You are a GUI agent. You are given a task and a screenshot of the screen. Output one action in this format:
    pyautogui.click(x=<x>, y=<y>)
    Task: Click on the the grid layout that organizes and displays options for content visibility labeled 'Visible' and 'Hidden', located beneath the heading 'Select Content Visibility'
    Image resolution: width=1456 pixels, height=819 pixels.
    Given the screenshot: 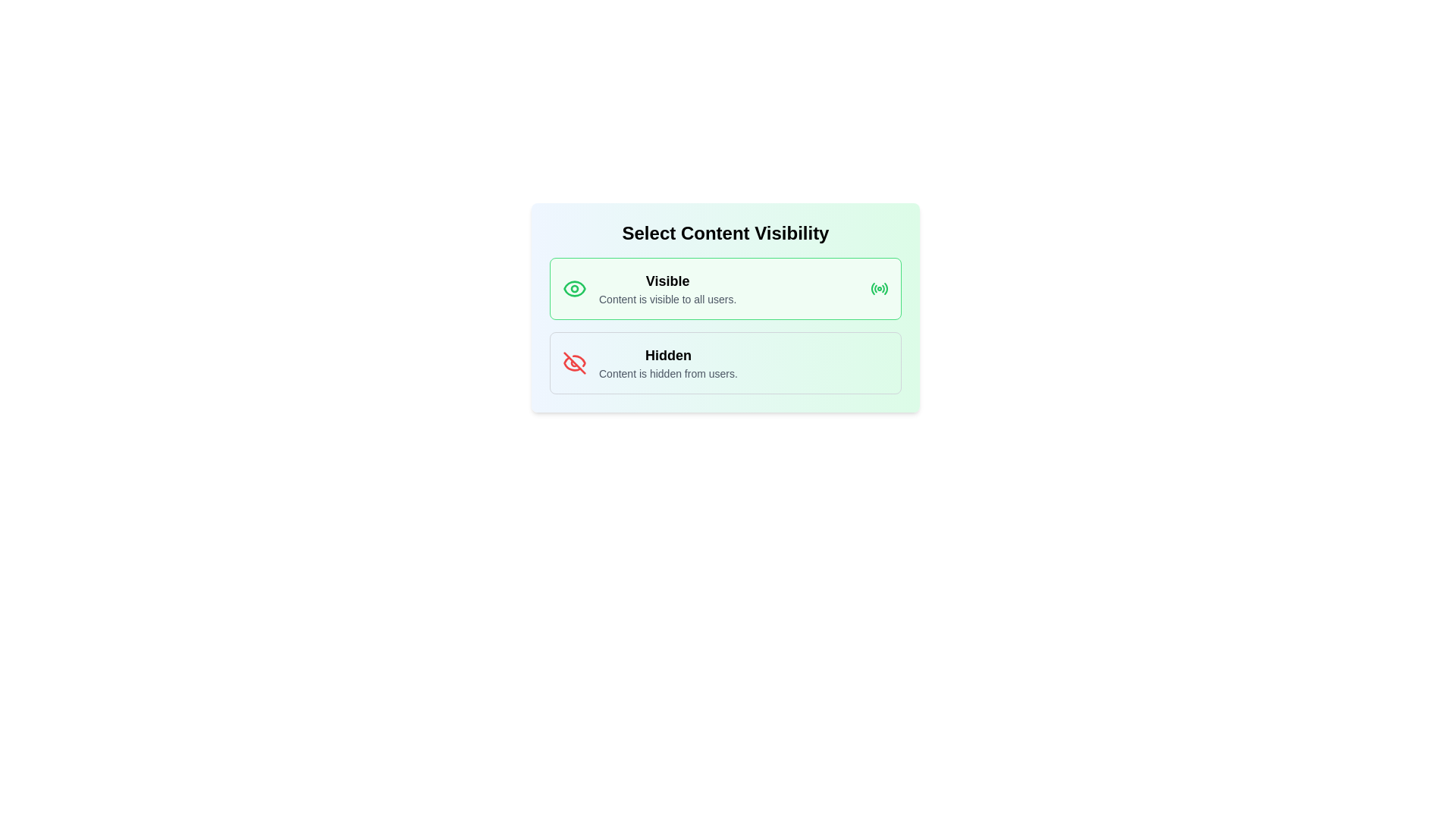 What is the action you would take?
    pyautogui.click(x=724, y=325)
    